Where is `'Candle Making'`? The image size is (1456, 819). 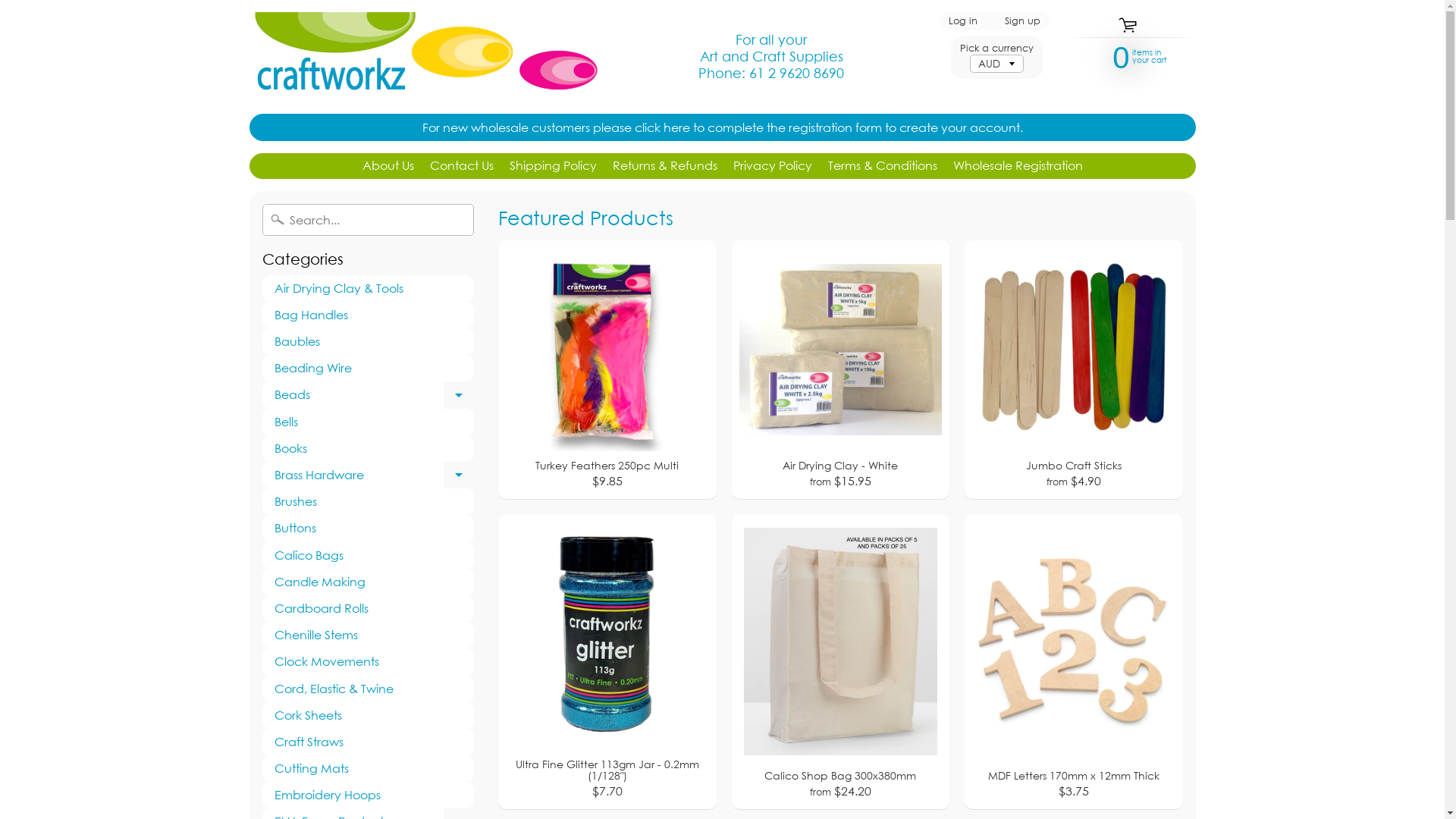
'Candle Making' is located at coordinates (368, 581).